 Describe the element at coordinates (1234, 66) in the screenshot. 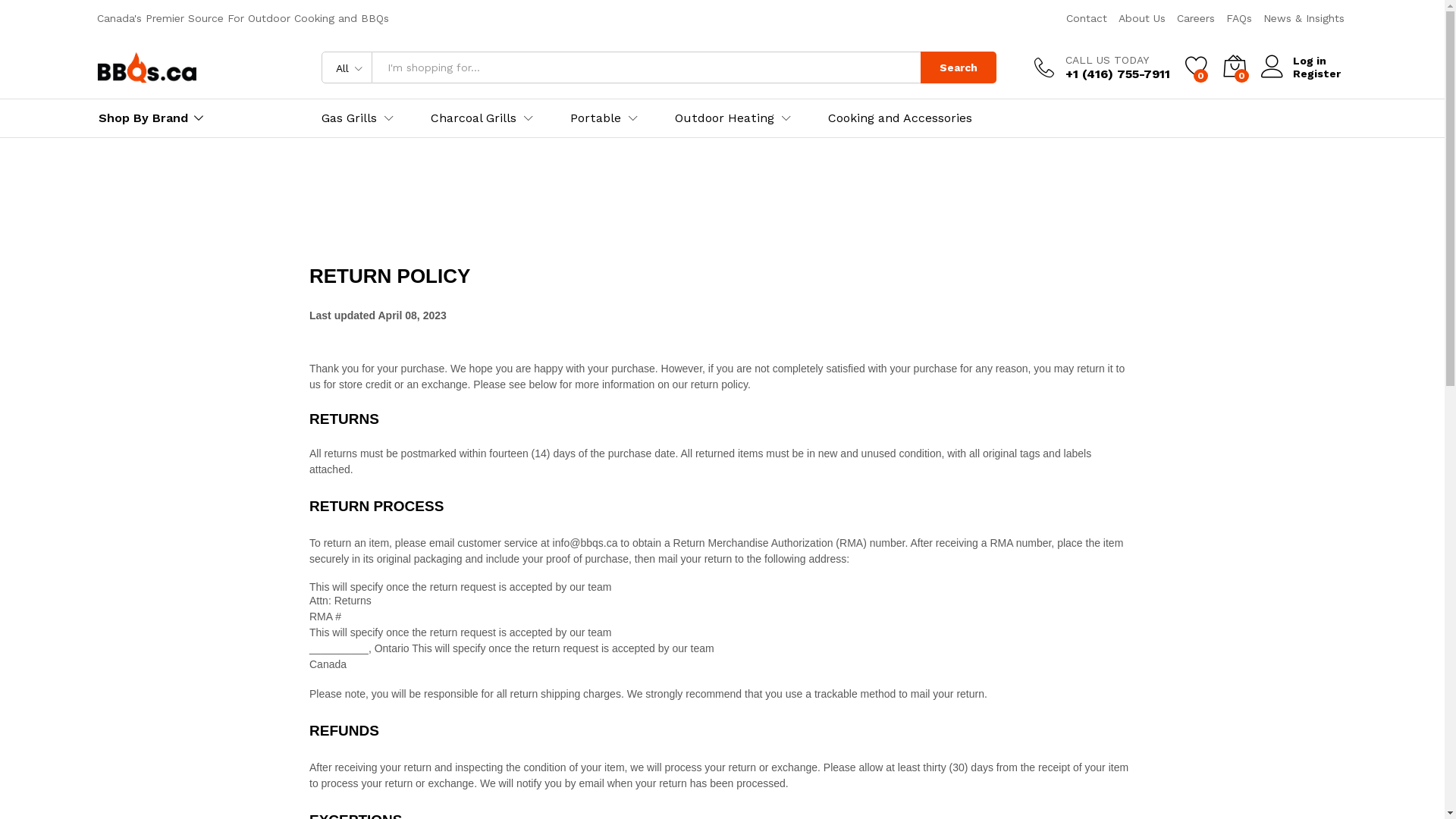

I see `'0'` at that location.